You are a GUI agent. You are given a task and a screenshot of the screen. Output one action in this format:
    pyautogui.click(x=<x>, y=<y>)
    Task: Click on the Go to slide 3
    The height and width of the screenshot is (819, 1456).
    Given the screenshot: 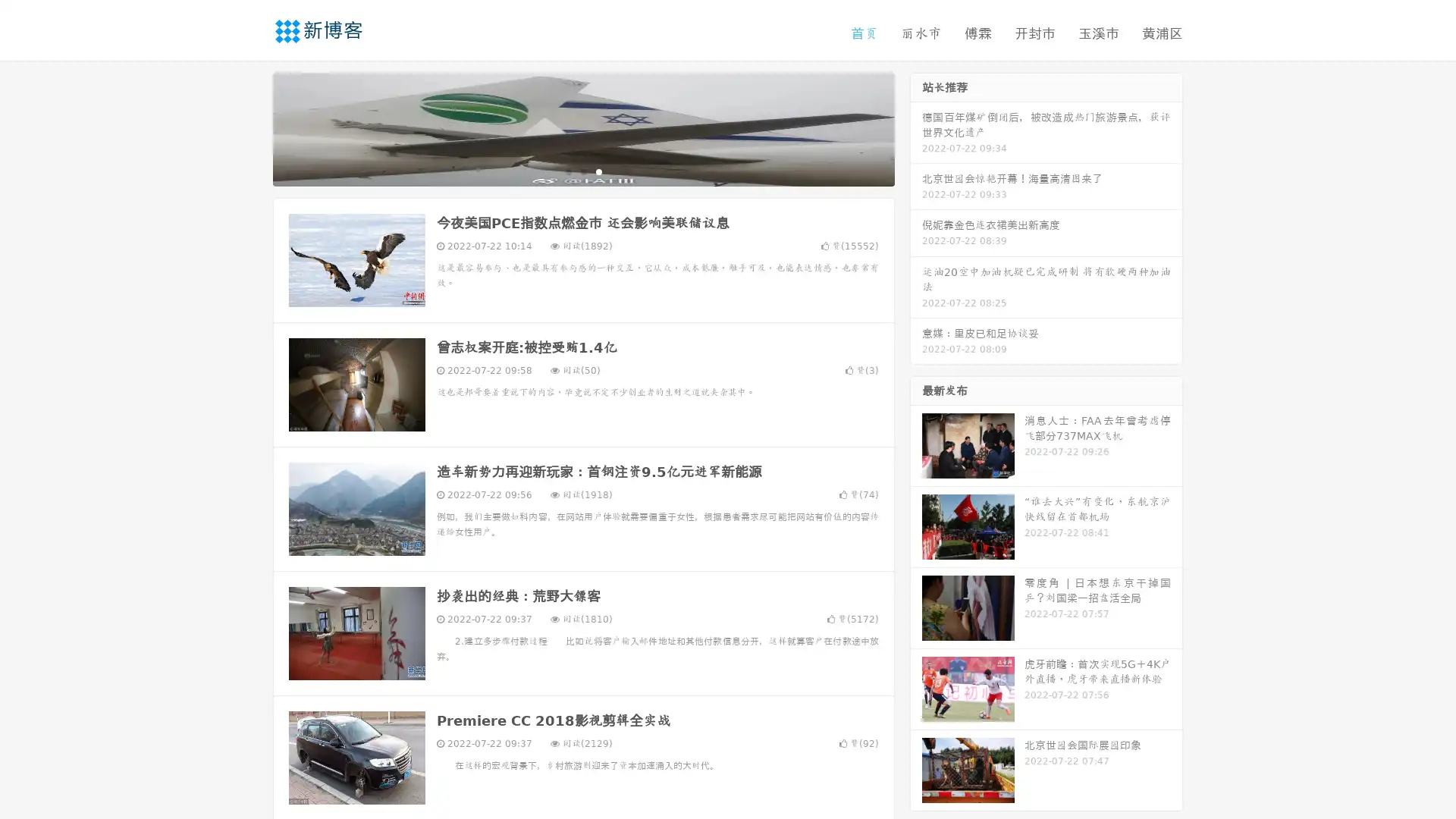 What is the action you would take?
    pyautogui.click(x=598, y=171)
    